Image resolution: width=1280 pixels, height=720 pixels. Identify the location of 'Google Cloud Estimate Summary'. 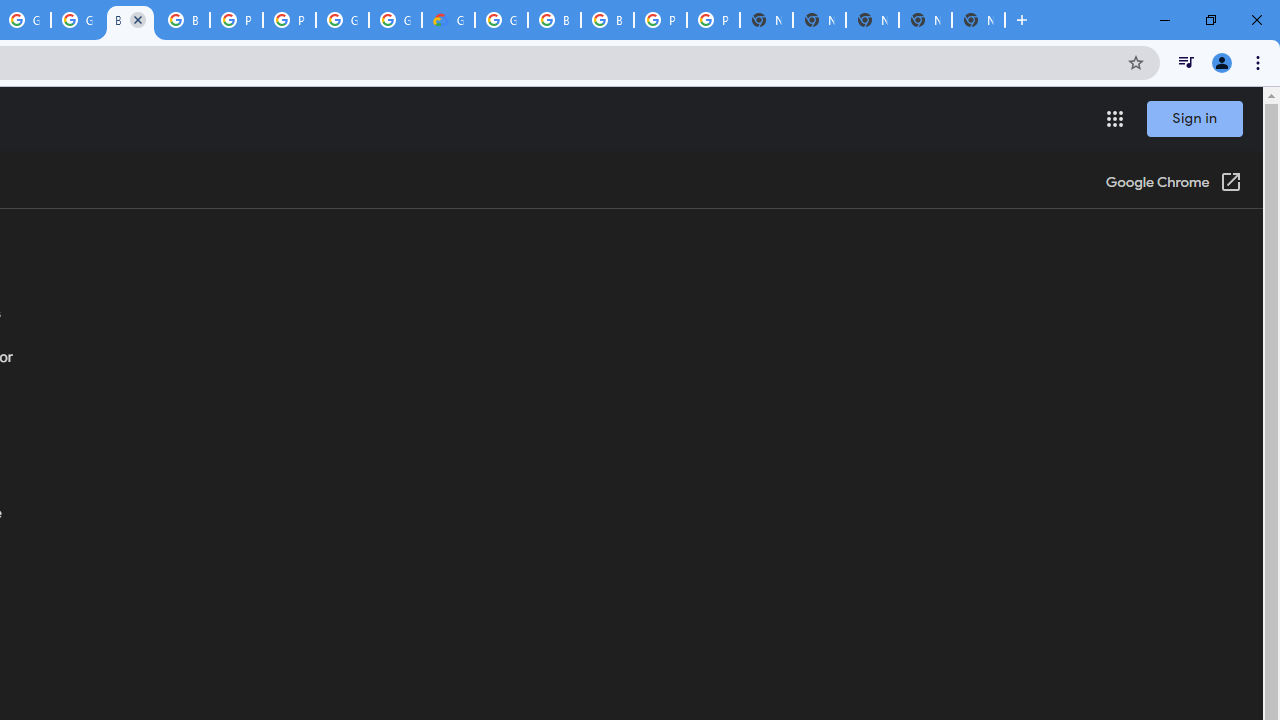
(447, 20).